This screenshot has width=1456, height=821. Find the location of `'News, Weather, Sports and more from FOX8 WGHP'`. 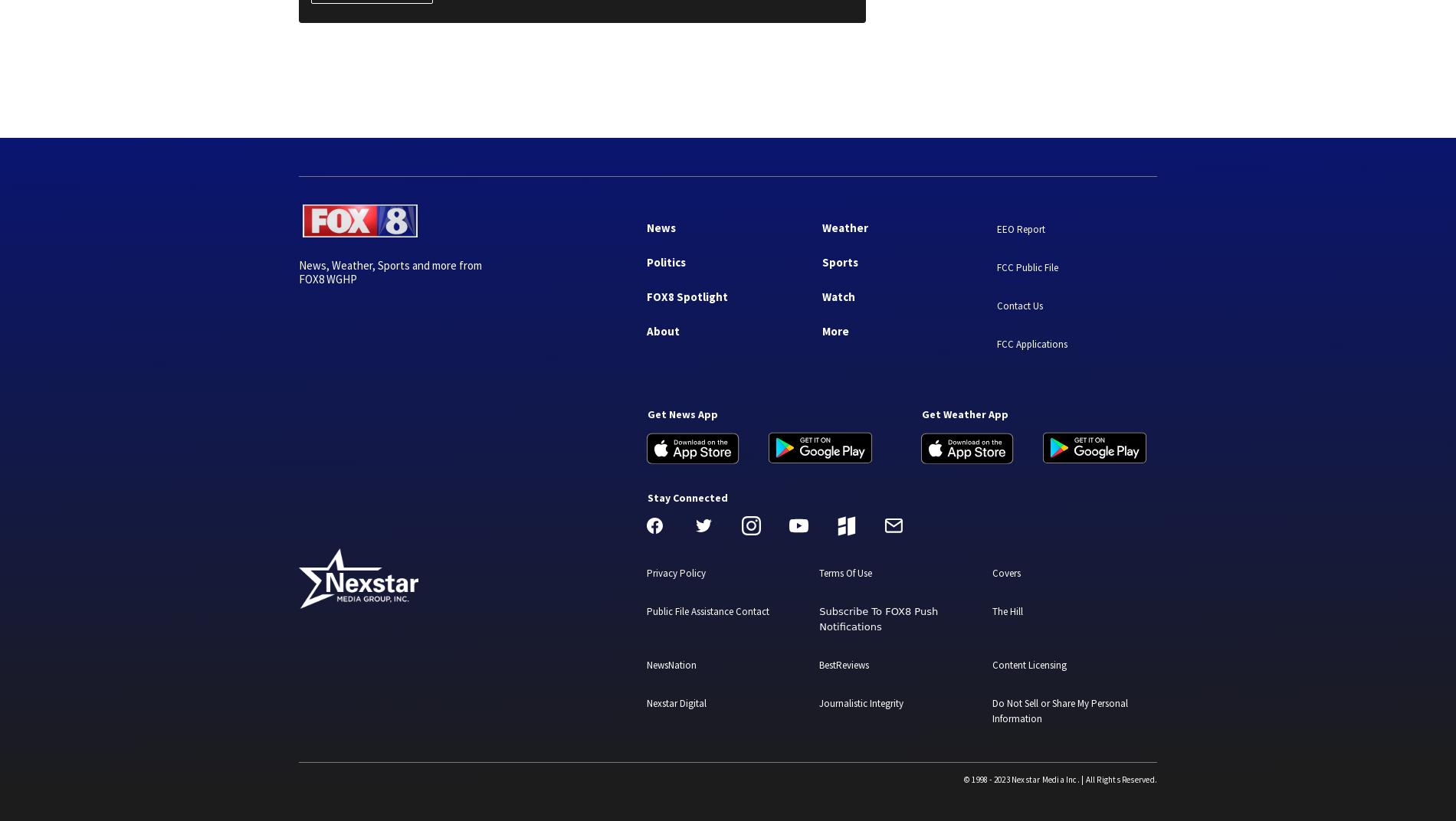

'News, Weather, Sports and more from FOX8 WGHP' is located at coordinates (390, 272).